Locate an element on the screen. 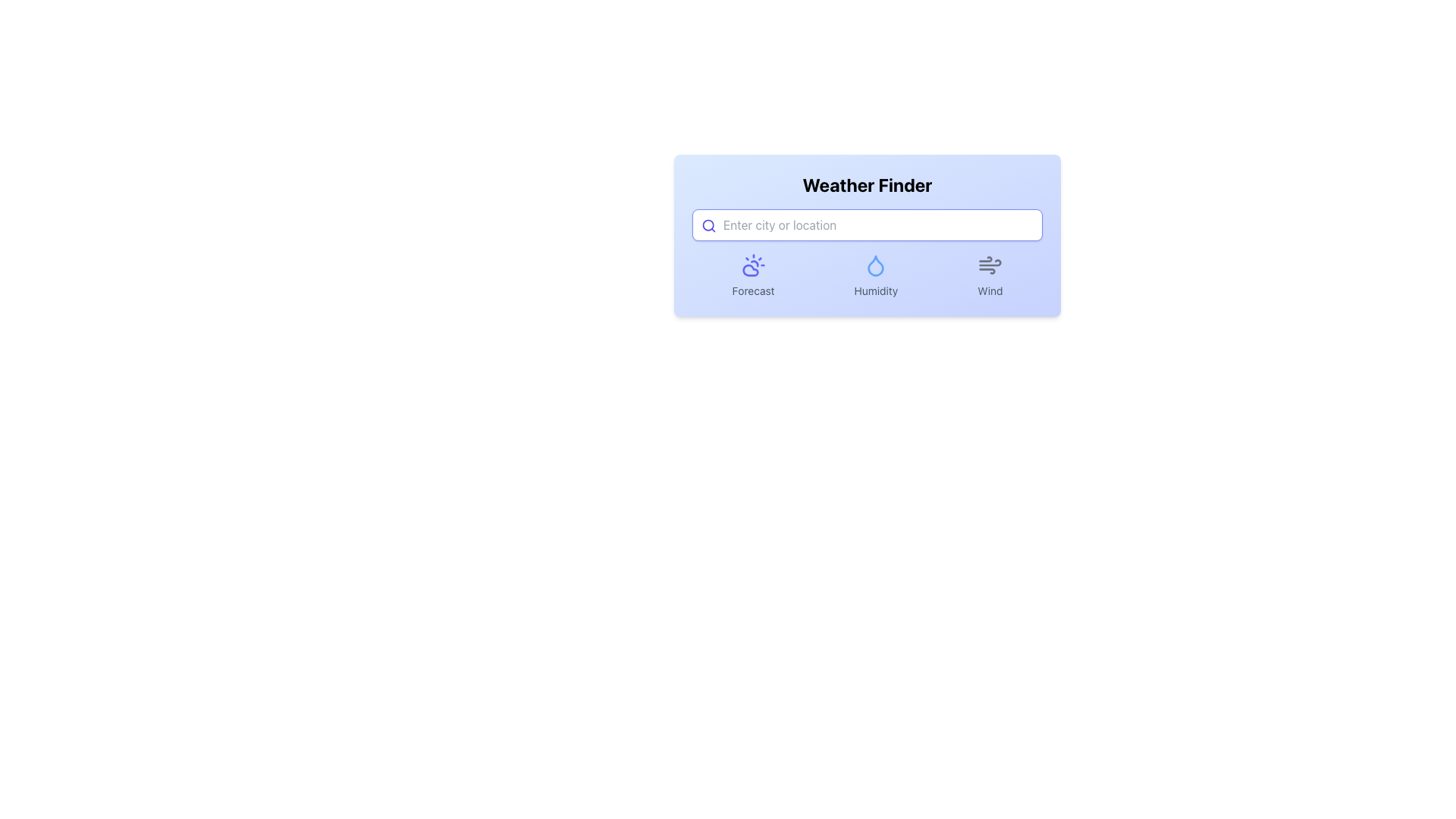  the wind icon, which is the third icon in a row of weather-related icons is located at coordinates (990, 265).